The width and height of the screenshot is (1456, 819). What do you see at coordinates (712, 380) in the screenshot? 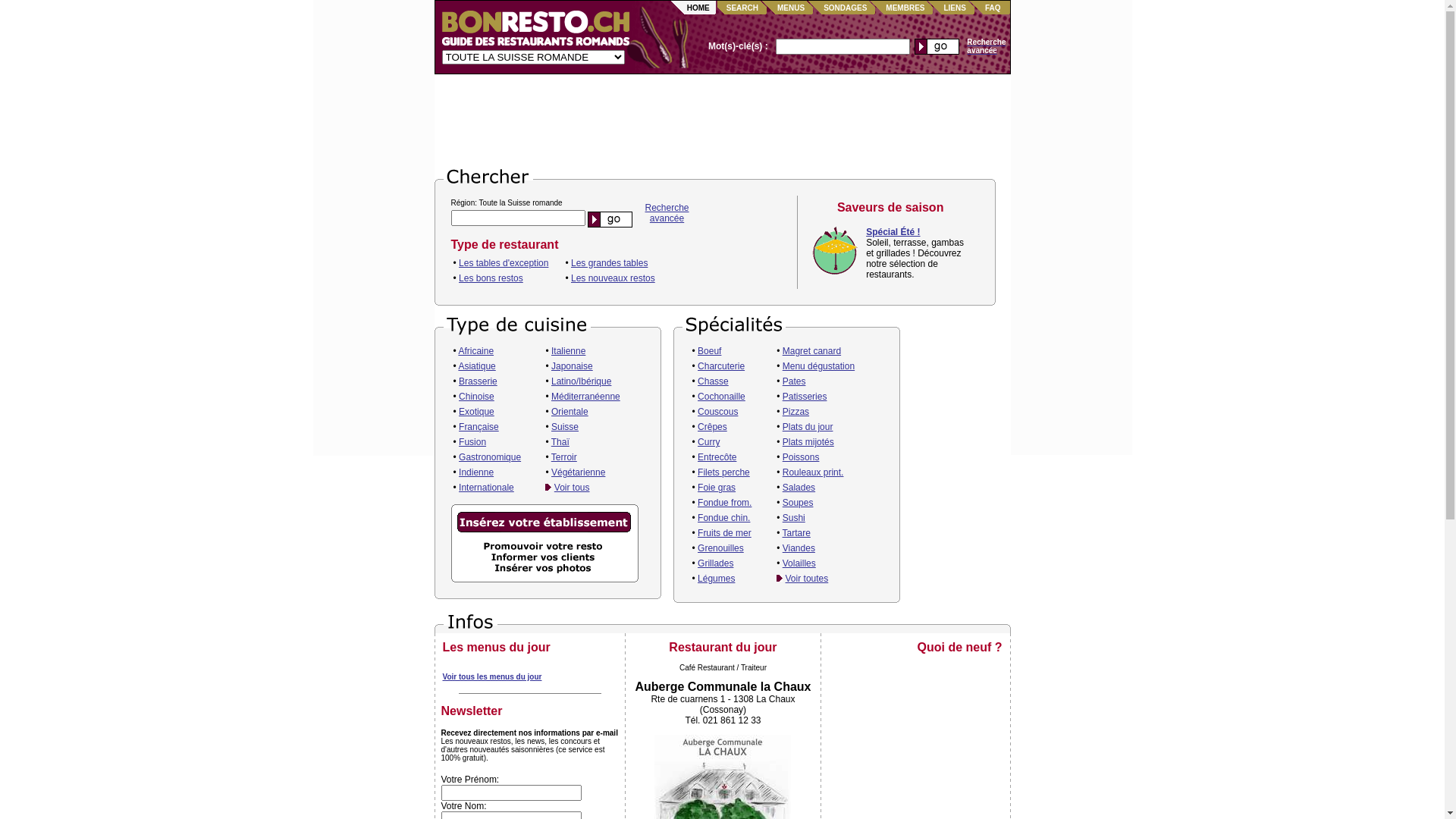
I see `'Chasse'` at bounding box center [712, 380].